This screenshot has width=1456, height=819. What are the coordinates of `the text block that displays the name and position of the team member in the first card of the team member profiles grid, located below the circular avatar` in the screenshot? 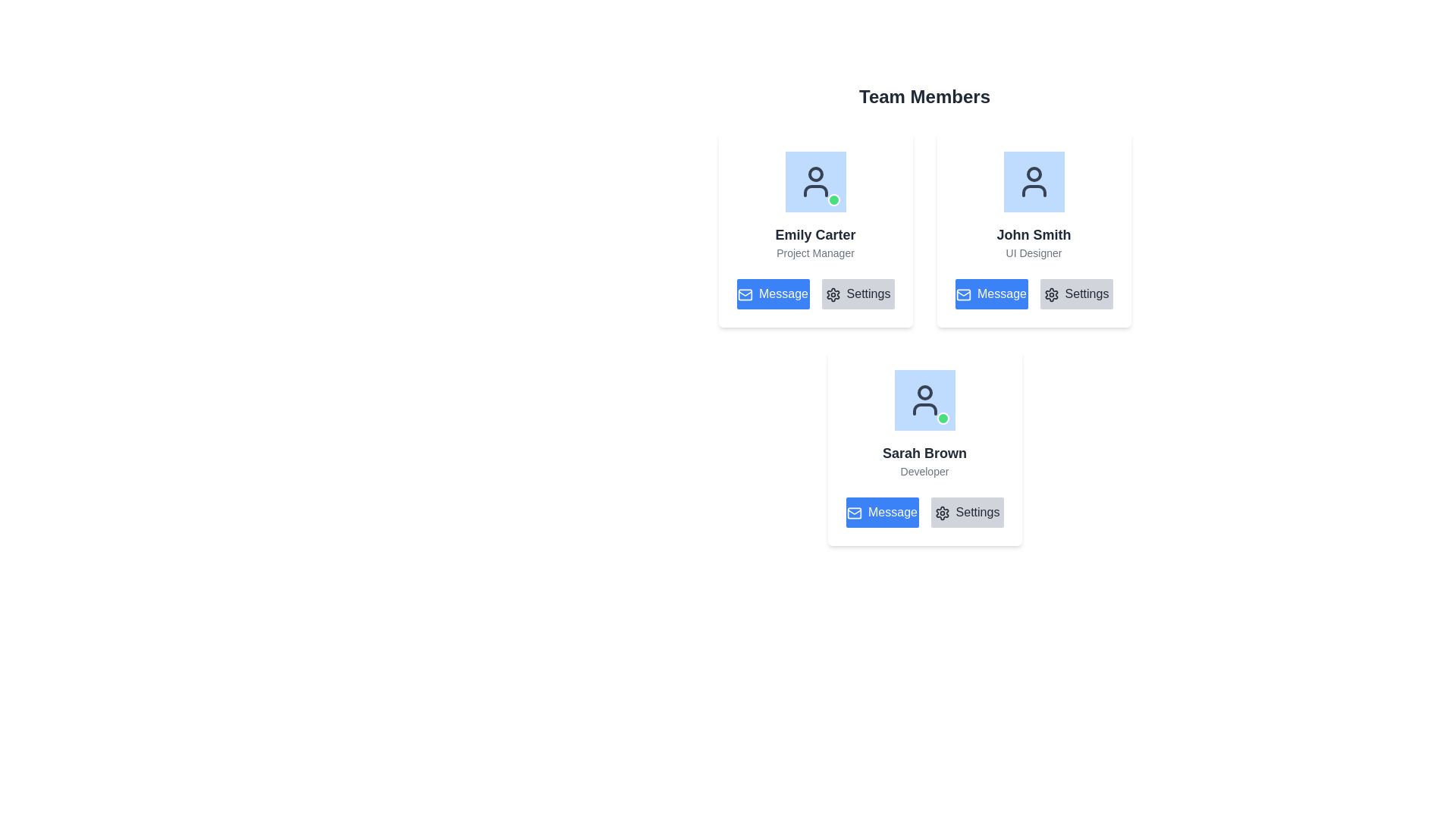 It's located at (814, 242).